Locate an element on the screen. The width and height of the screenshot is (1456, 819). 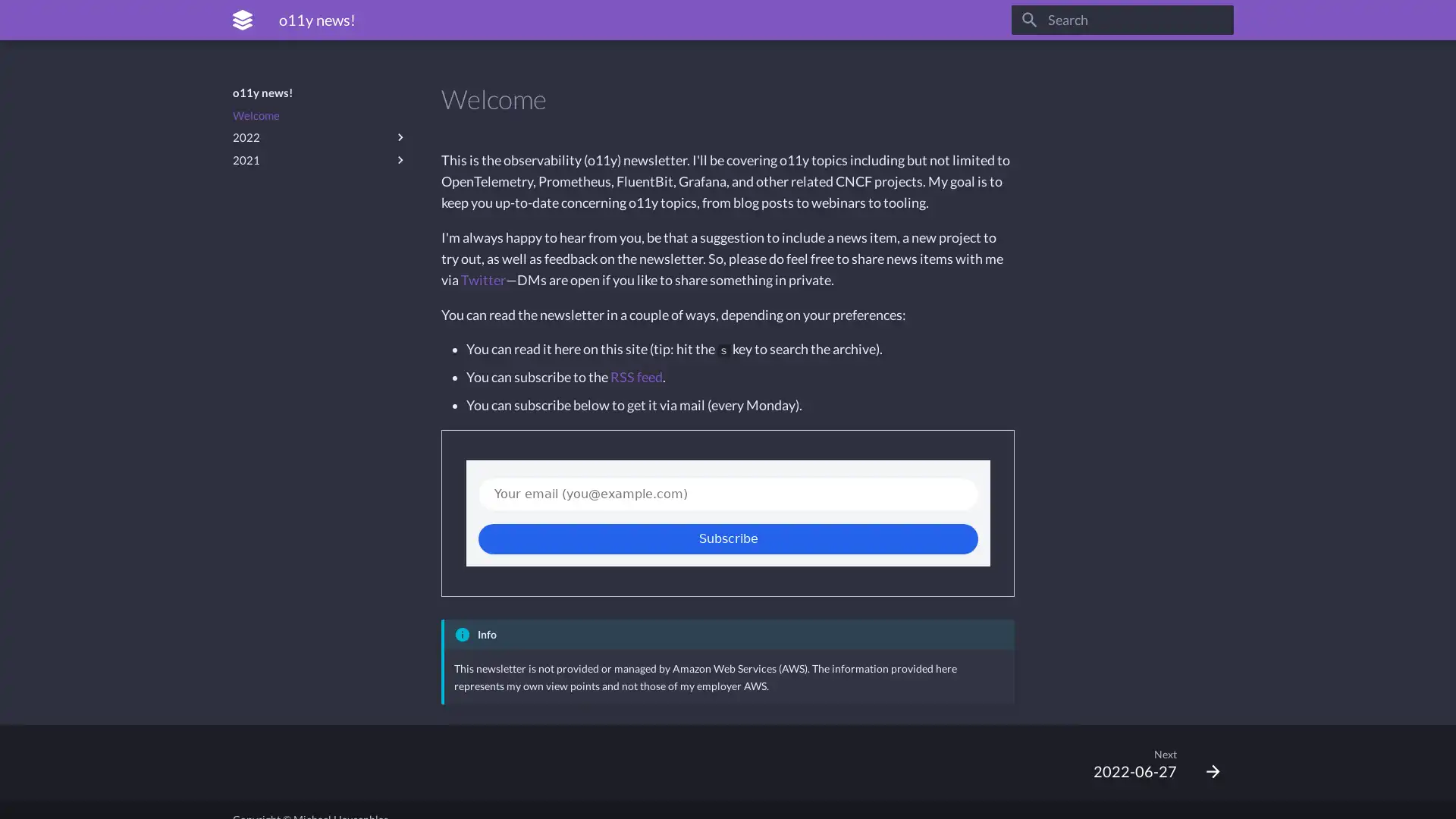
Clear is located at coordinates (1215, 20).